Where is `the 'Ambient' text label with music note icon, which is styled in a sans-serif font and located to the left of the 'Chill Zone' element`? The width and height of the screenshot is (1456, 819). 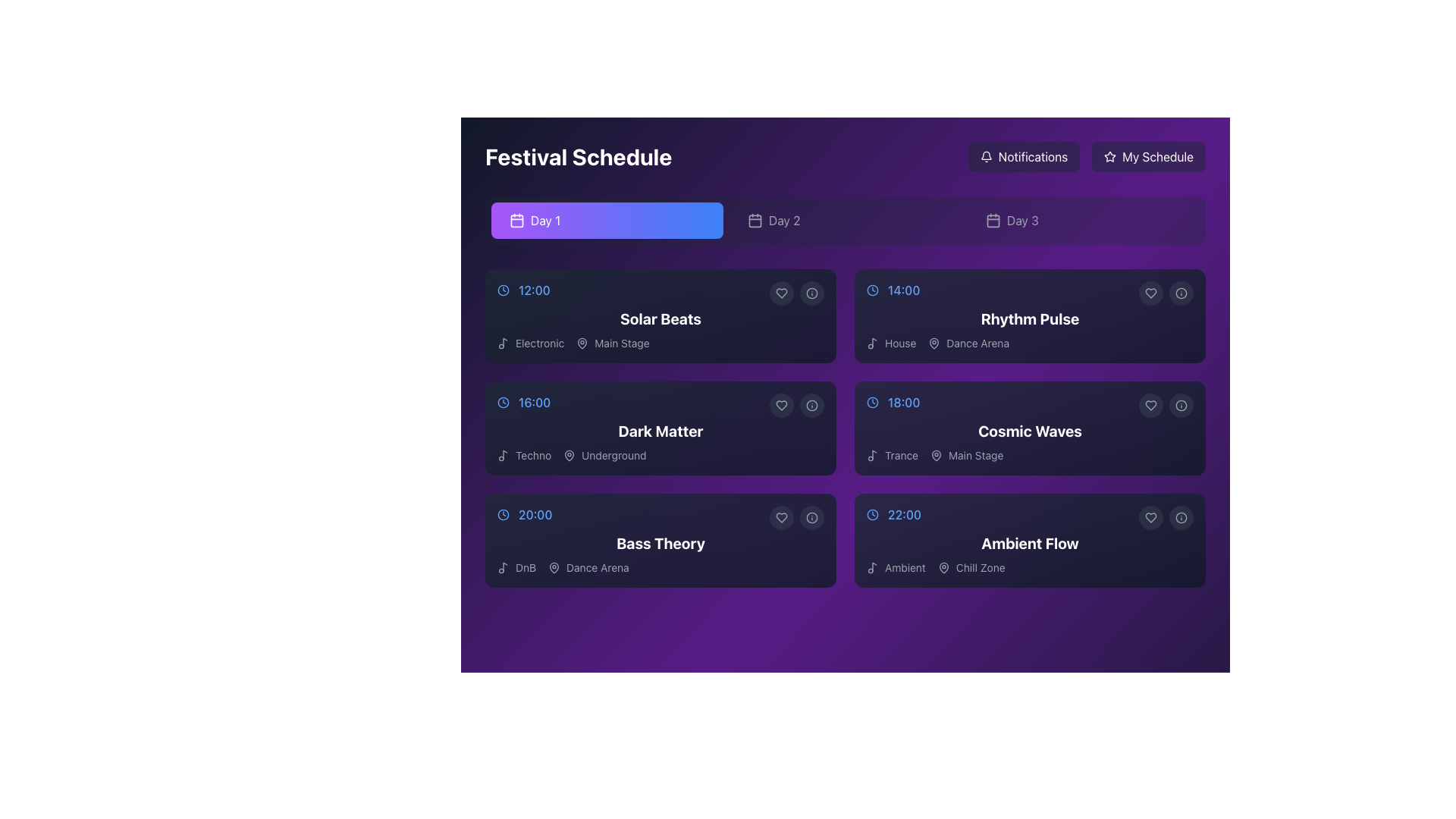
the 'Ambient' text label with music note icon, which is styled in a sans-serif font and located to the left of the 'Chill Zone' element is located at coordinates (896, 567).